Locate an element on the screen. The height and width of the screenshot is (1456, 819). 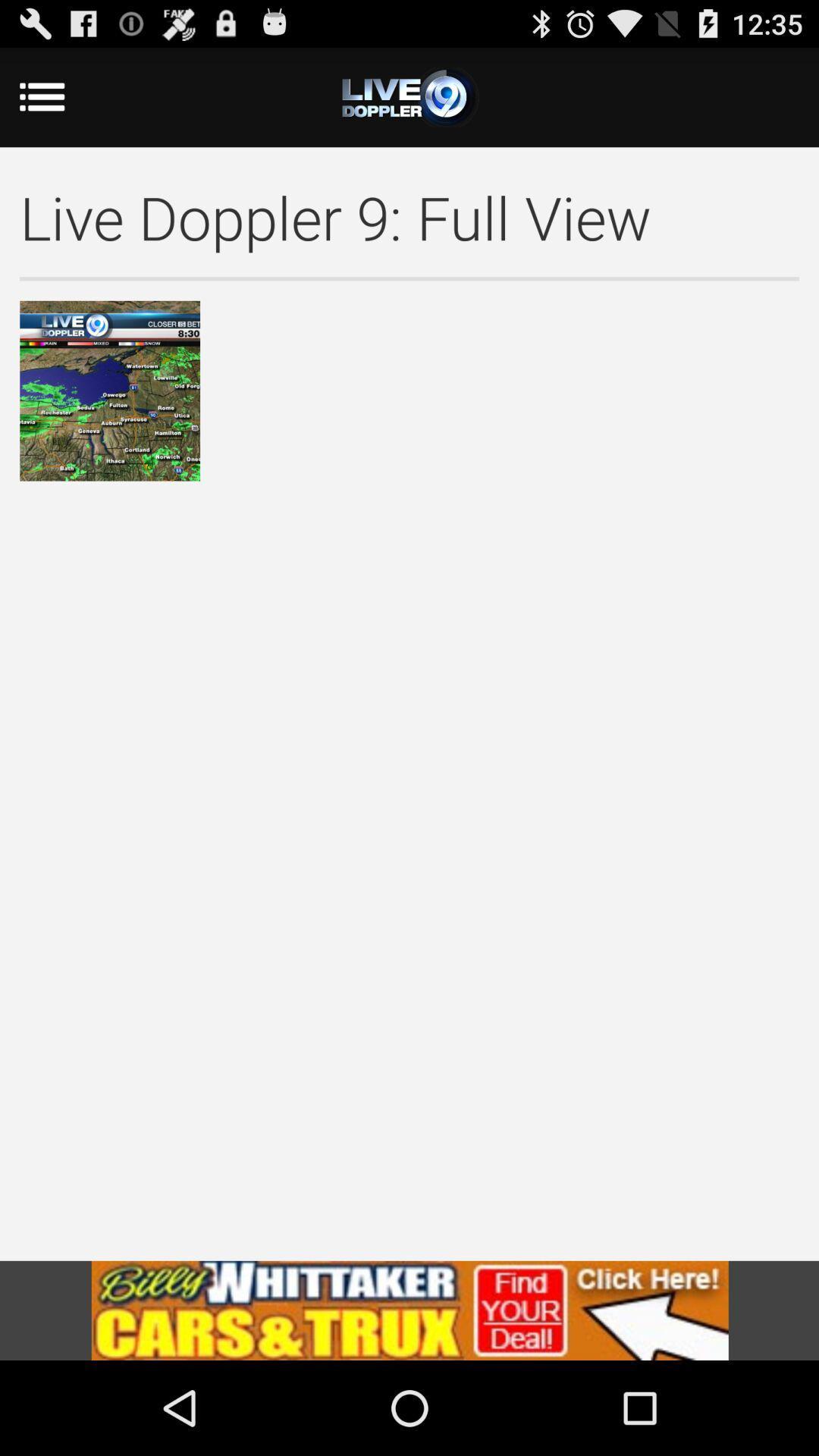
icon above the live doppler 9 item is located at coordinates (61, 96).